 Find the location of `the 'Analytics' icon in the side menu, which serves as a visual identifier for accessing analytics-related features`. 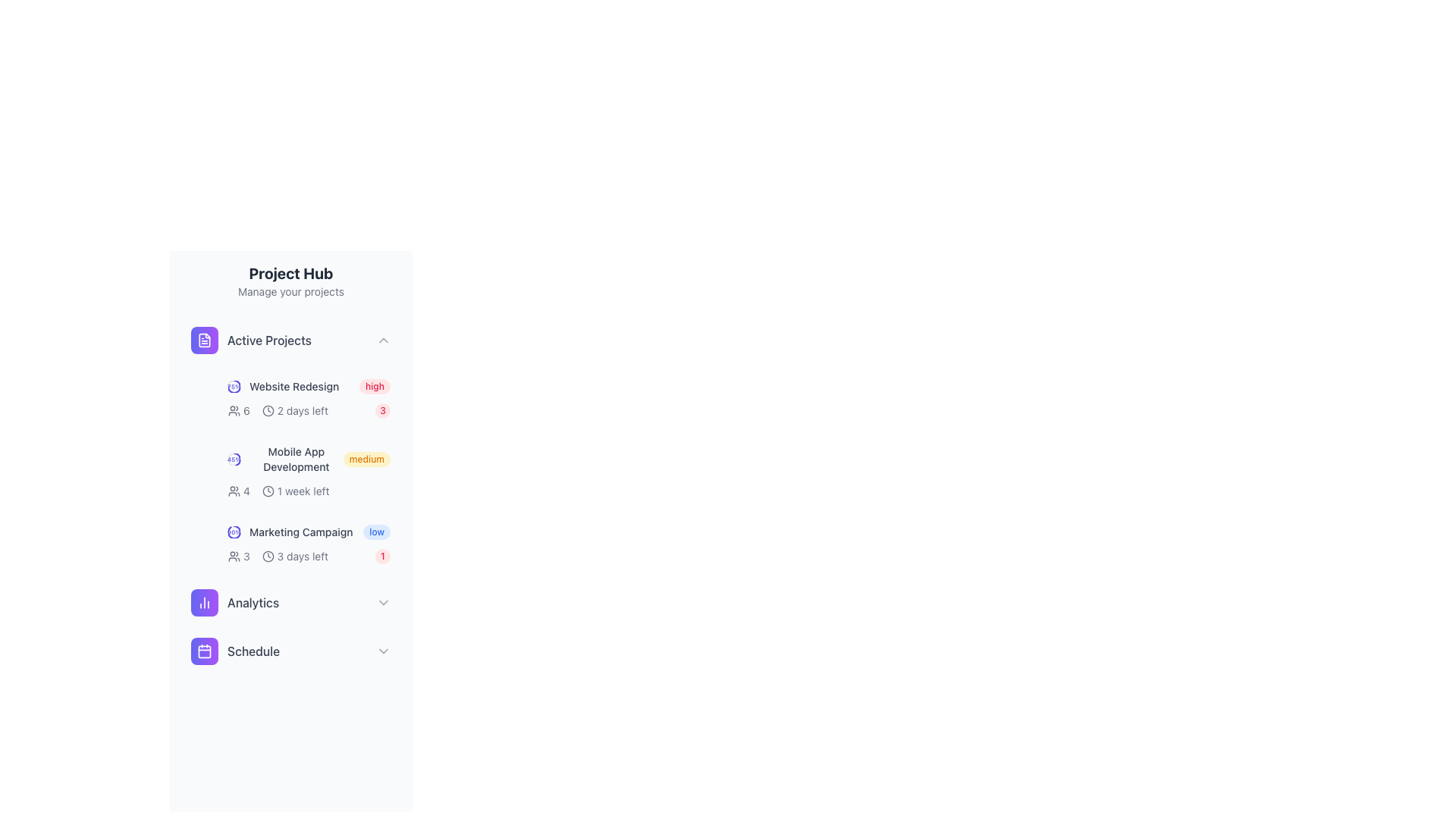

the 'Analytics' icon in the side menu, which serves as a visual identifier for accessing analytics-related features is located at coordinates (203, 601).